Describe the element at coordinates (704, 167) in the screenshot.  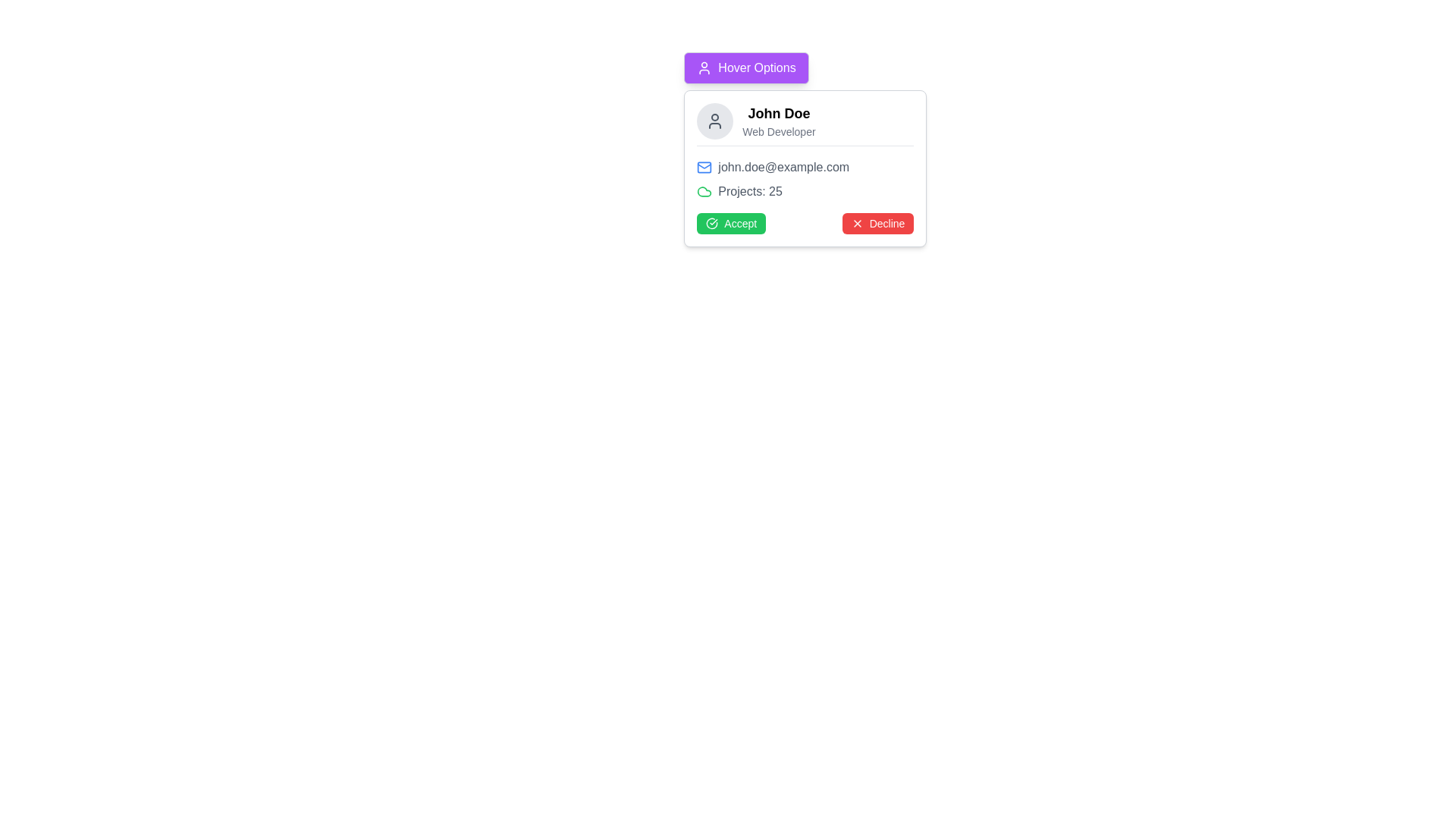
I see `the rectangular component of the mail icon located to the left of the email address 'john.doe@example.com'` at that location.